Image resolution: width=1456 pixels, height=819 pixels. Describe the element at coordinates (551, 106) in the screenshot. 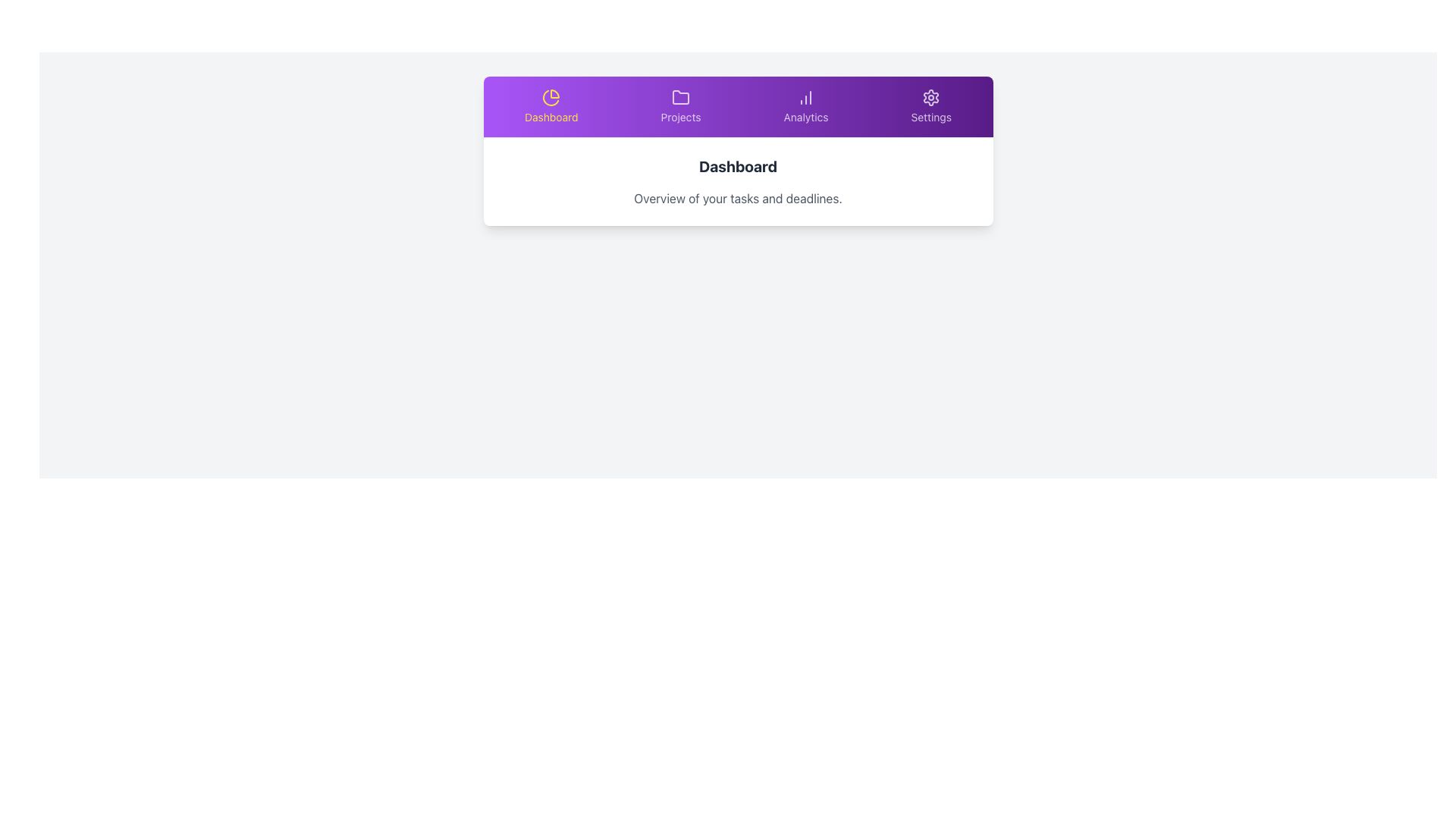

I see `the 'Dashboard' button, which features a yellow pie chart icon and is located in the top horizontal navigation bar` at that location.